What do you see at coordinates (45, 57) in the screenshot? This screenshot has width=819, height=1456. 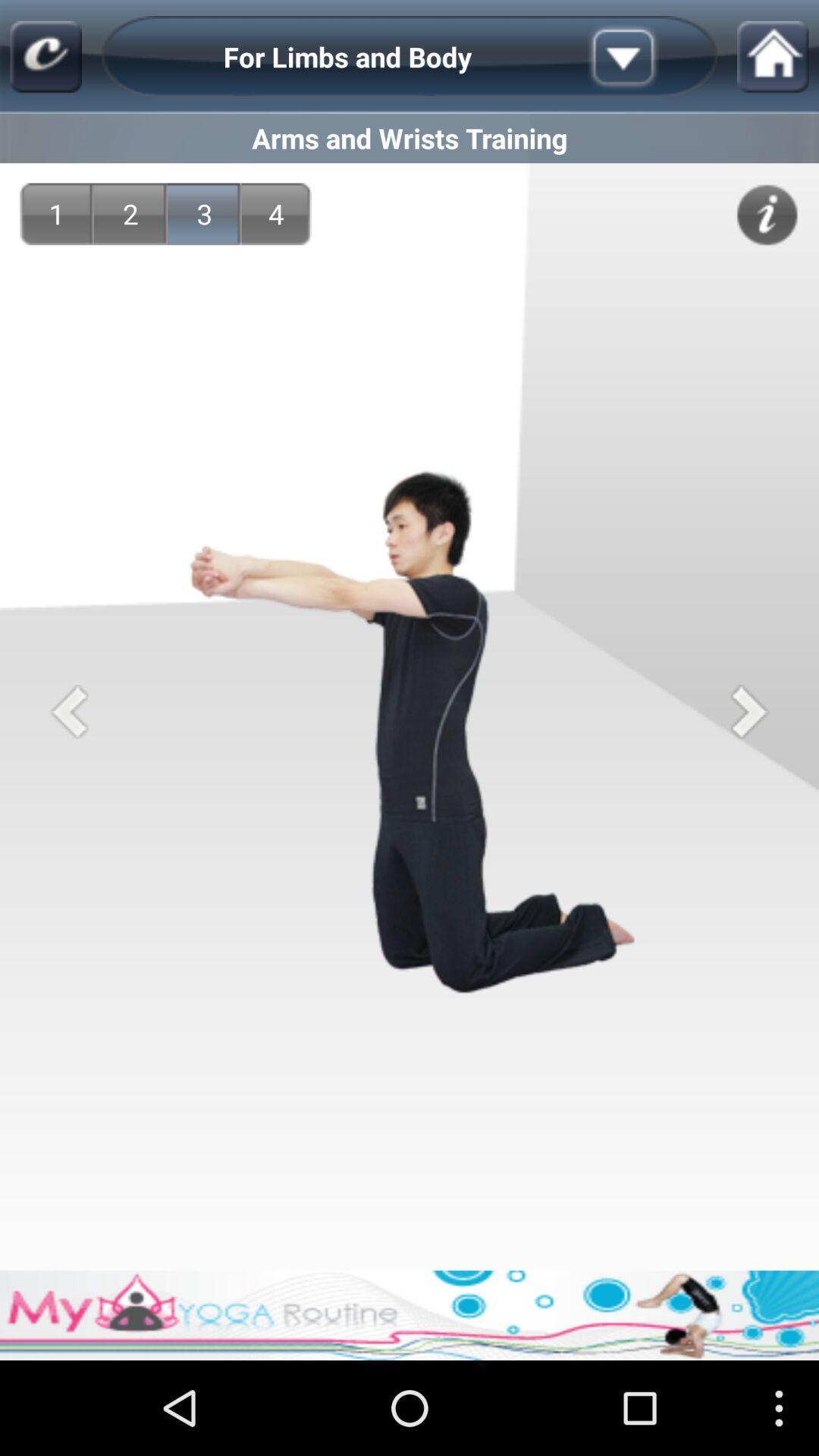 I see `website` at bounding box center [45, 57].